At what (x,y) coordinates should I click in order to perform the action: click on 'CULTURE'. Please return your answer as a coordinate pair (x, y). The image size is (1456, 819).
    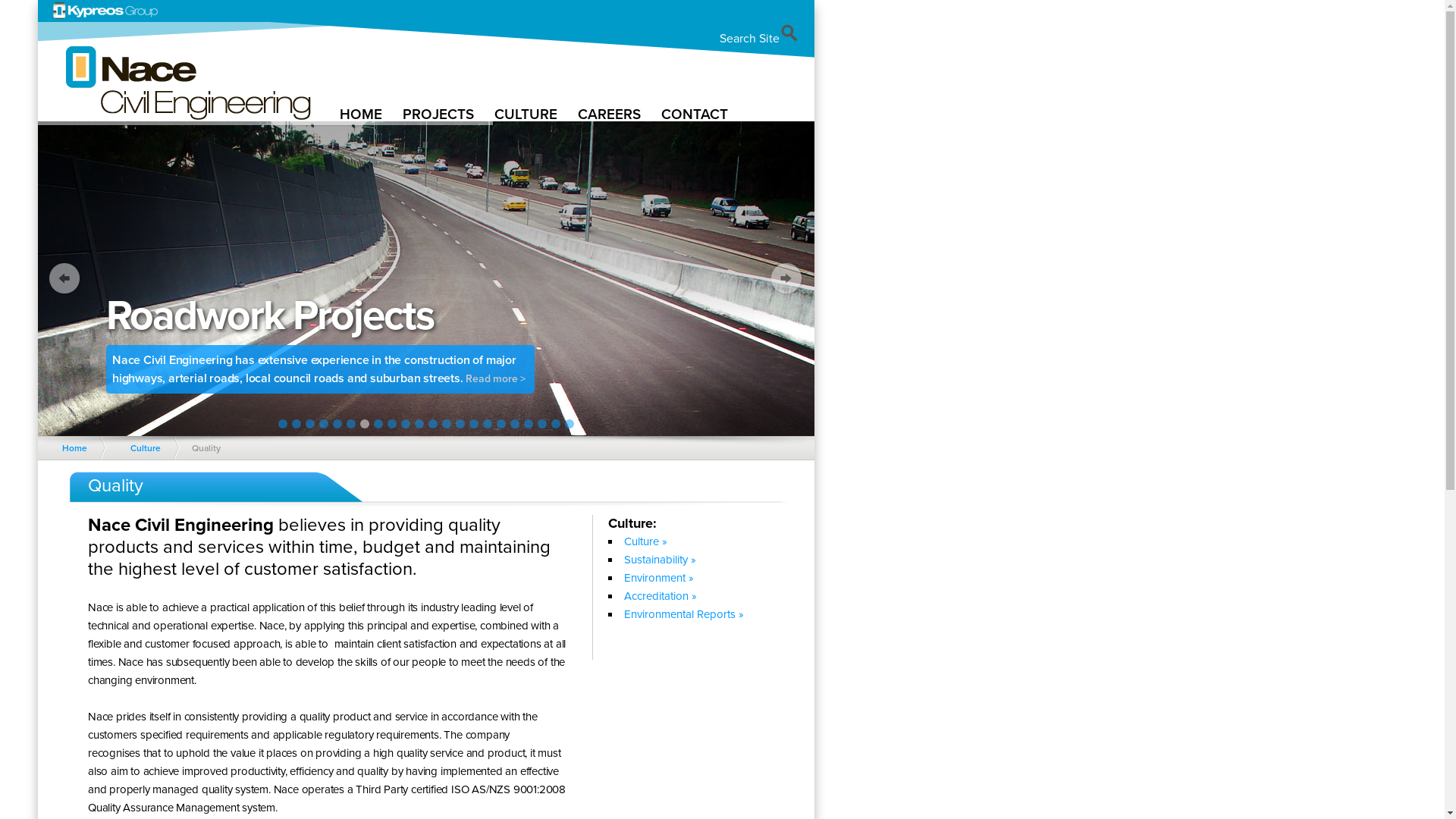
    Looking at the image, I should click on (527, 112).